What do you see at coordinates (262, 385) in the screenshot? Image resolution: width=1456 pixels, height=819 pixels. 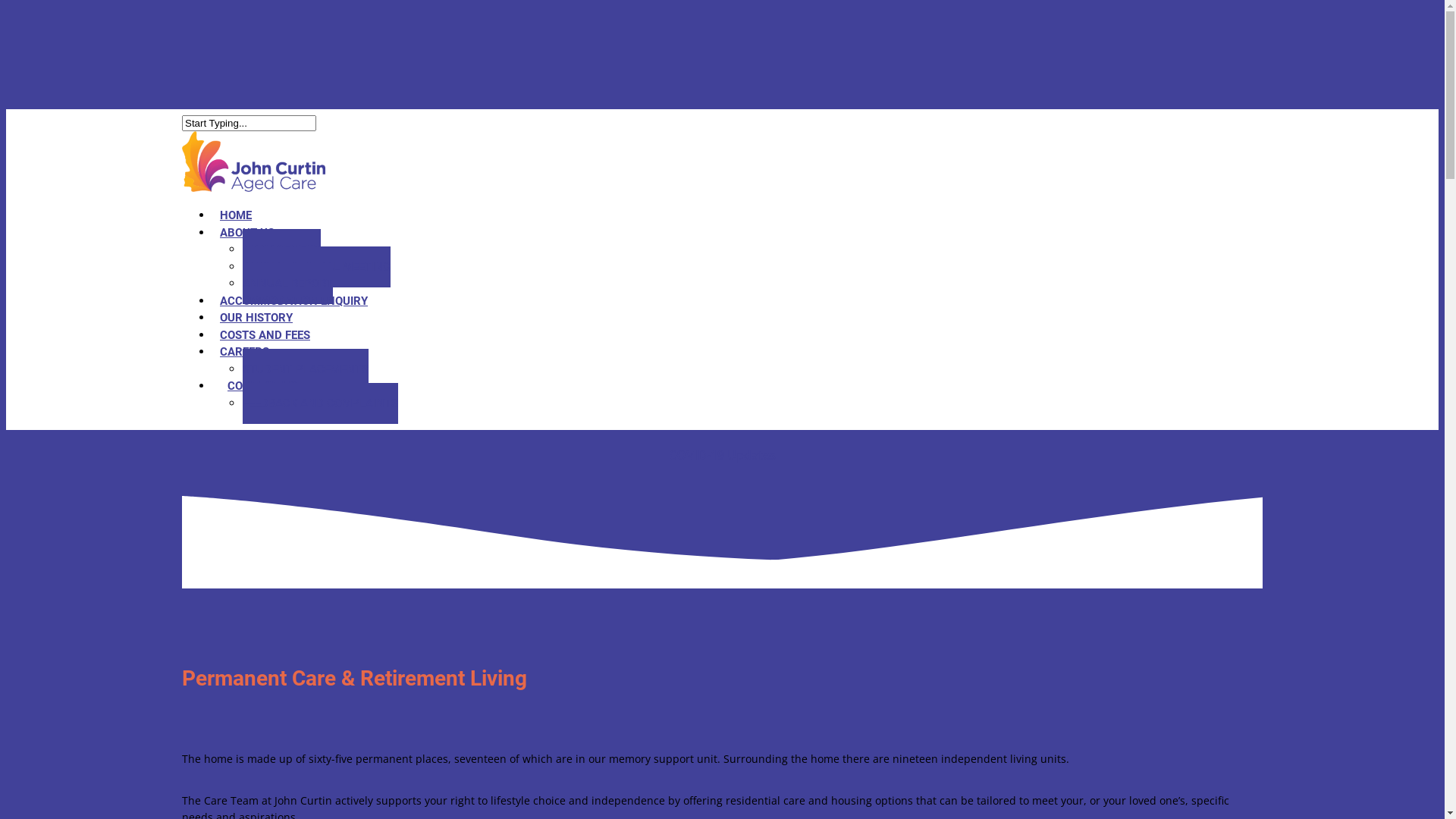 I see `'CONTACT US'` at bounding box center [262, 385].